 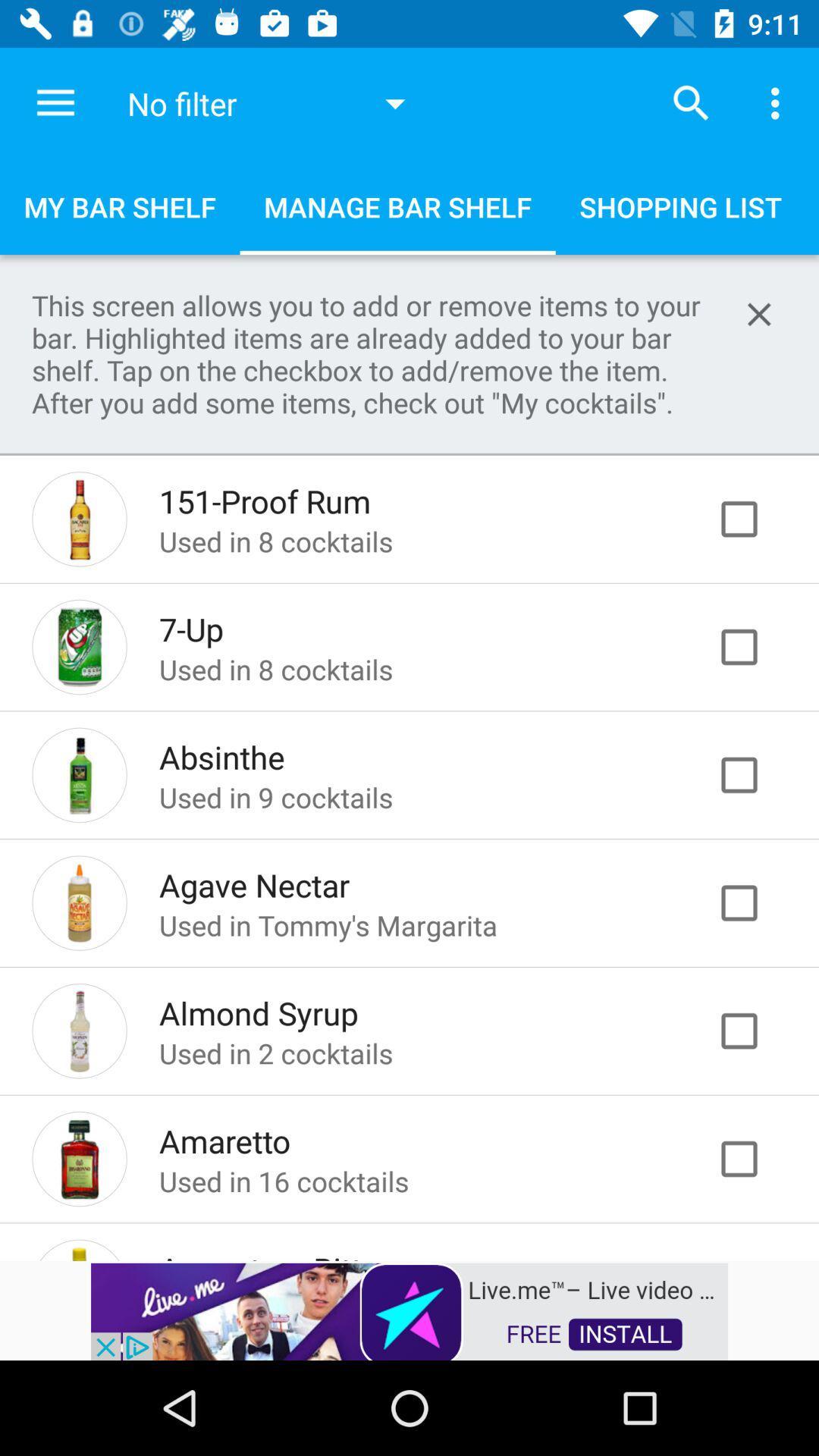 I want to click on check box option, so click(x=755, y=519).